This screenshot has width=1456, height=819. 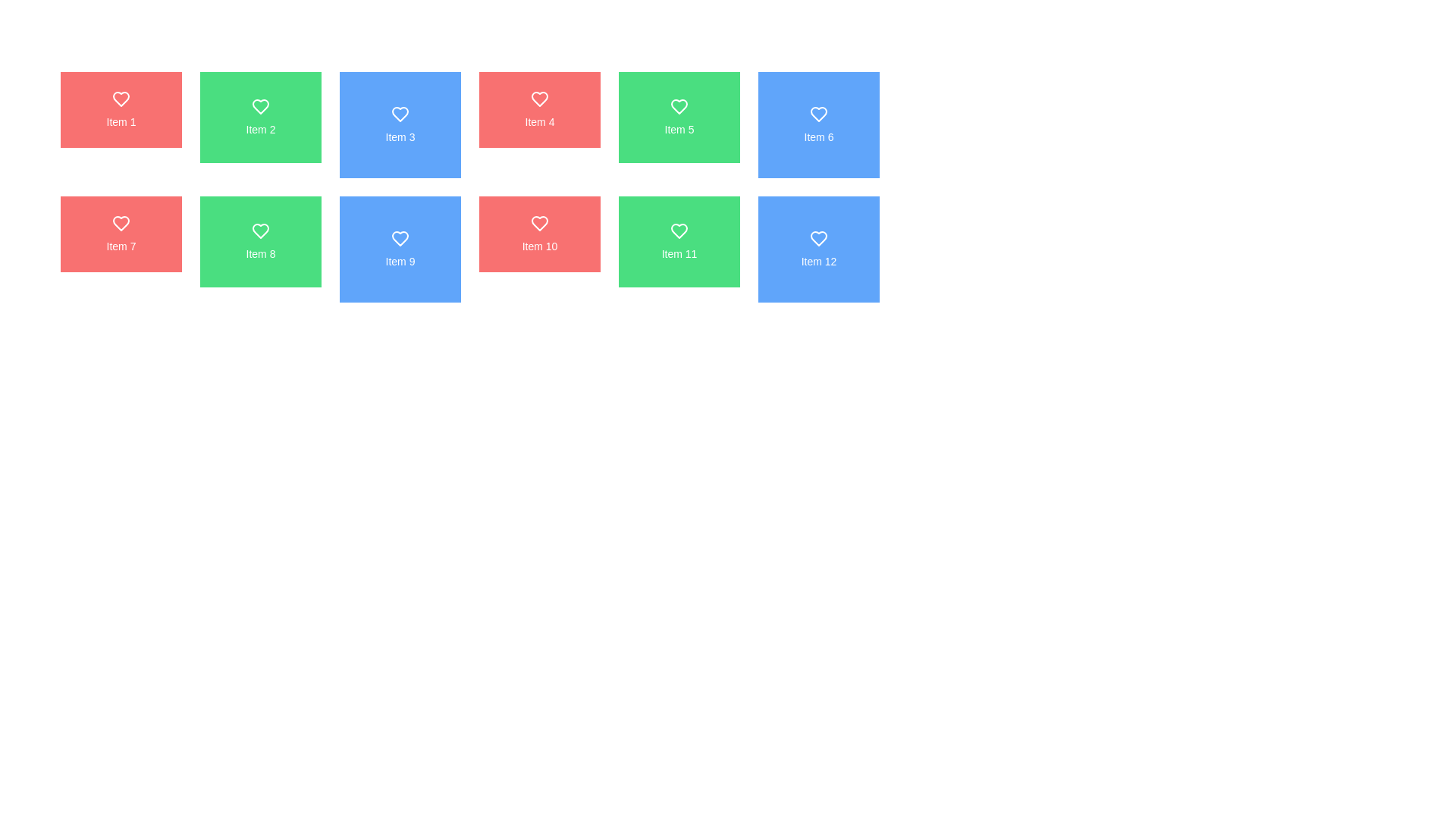 What do you see at coordinates (120, 223) in the screenshot?
I see `the heart-shaped icon` at bounding box center [120, 223].